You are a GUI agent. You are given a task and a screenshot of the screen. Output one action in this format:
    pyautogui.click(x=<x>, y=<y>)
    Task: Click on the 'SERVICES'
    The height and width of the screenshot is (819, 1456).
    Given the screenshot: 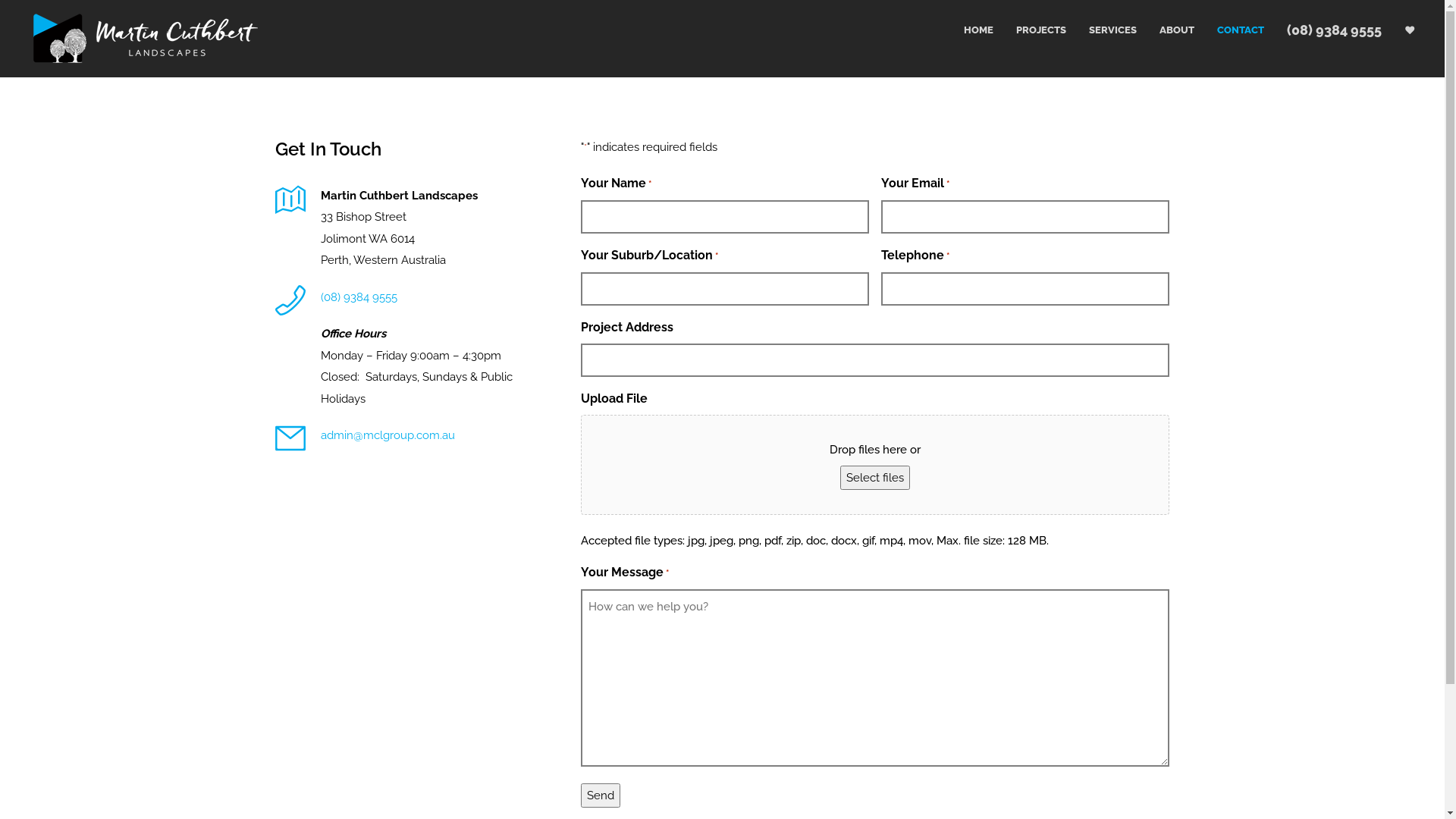 What is the action you would take?
    pyautogui.click(x=1101, y=30)
    